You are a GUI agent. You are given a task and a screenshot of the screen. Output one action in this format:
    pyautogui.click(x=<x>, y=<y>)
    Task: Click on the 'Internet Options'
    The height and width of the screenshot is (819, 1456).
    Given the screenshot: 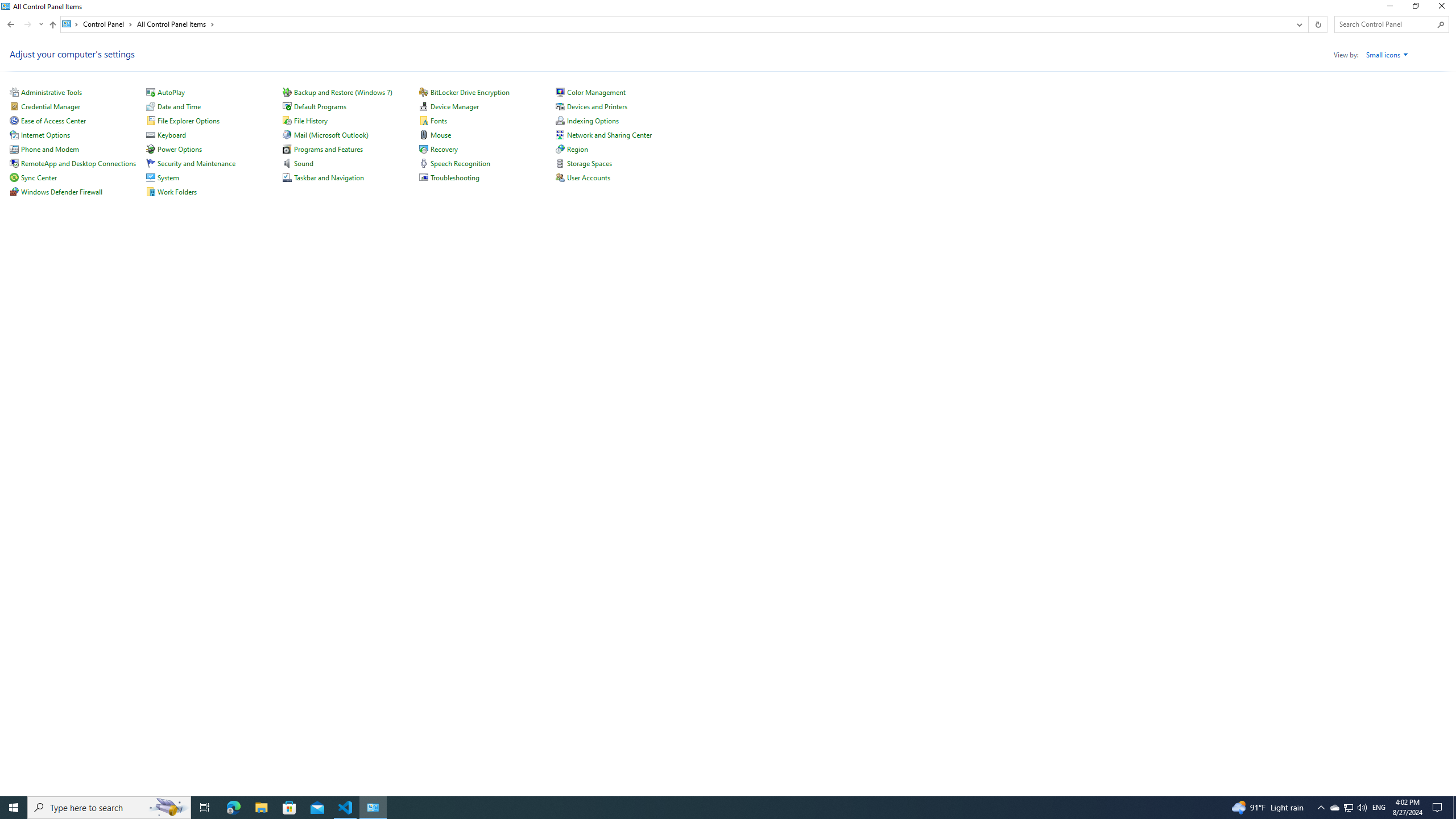 What is the action you would take?
    pyautogui.click(x=45, y=135)
    